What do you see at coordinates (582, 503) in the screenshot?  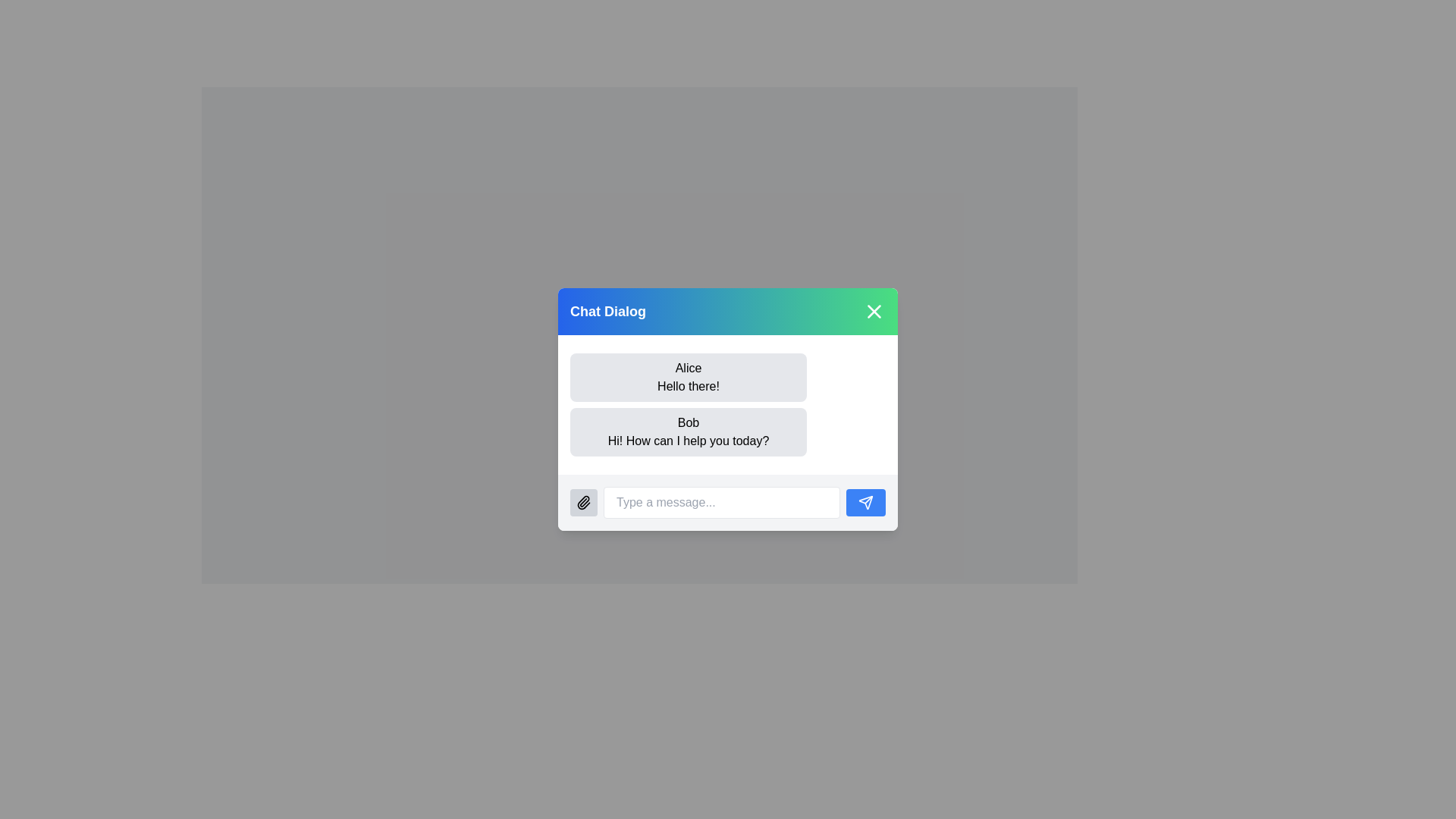 I see `the paperclip icon located at the bottom-left corner of the chat dialog box` at bounding box center [582, 503].